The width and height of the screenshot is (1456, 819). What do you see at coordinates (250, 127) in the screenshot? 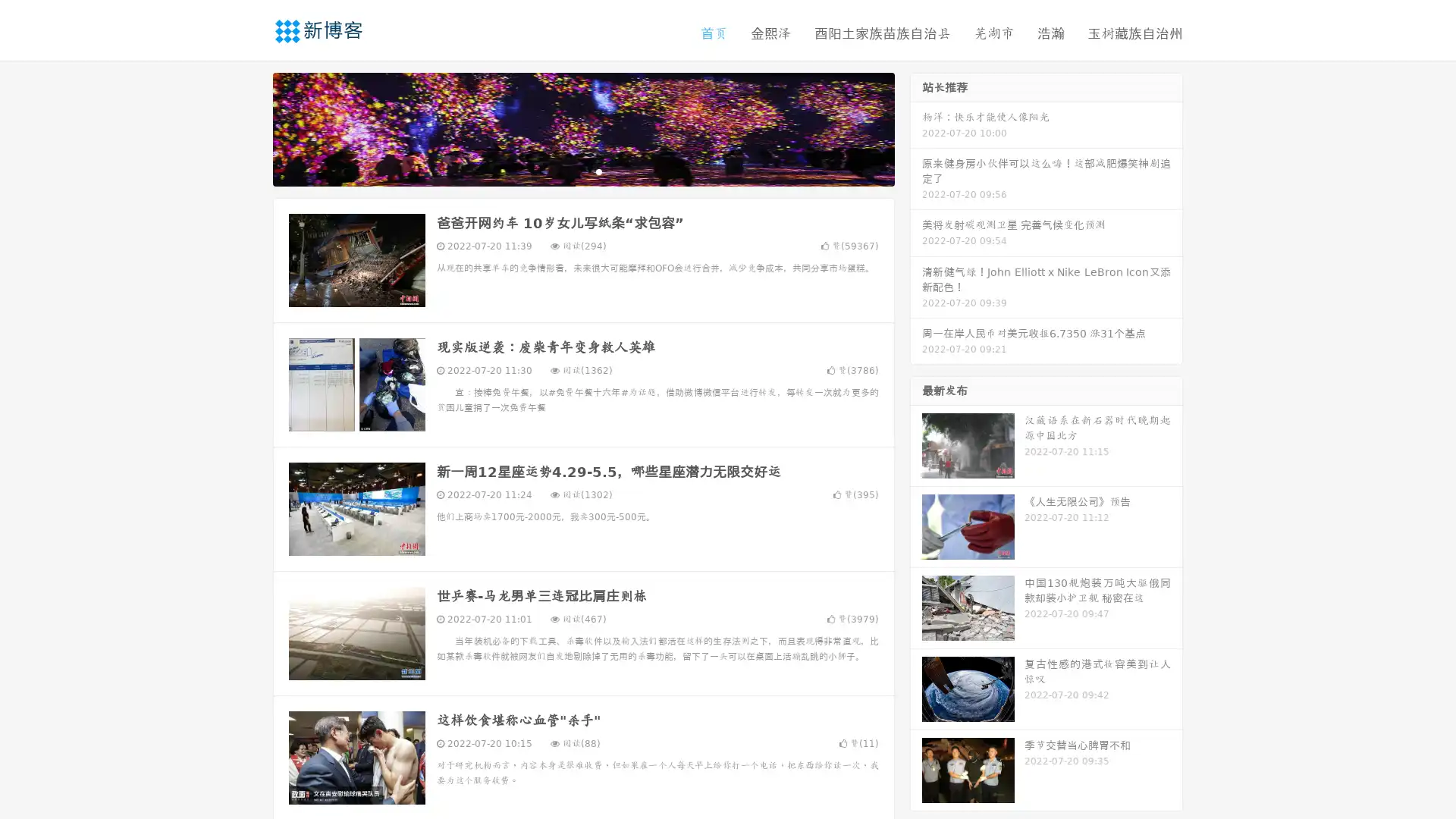
I see `Previous slide` at bounding box center [250, 127].